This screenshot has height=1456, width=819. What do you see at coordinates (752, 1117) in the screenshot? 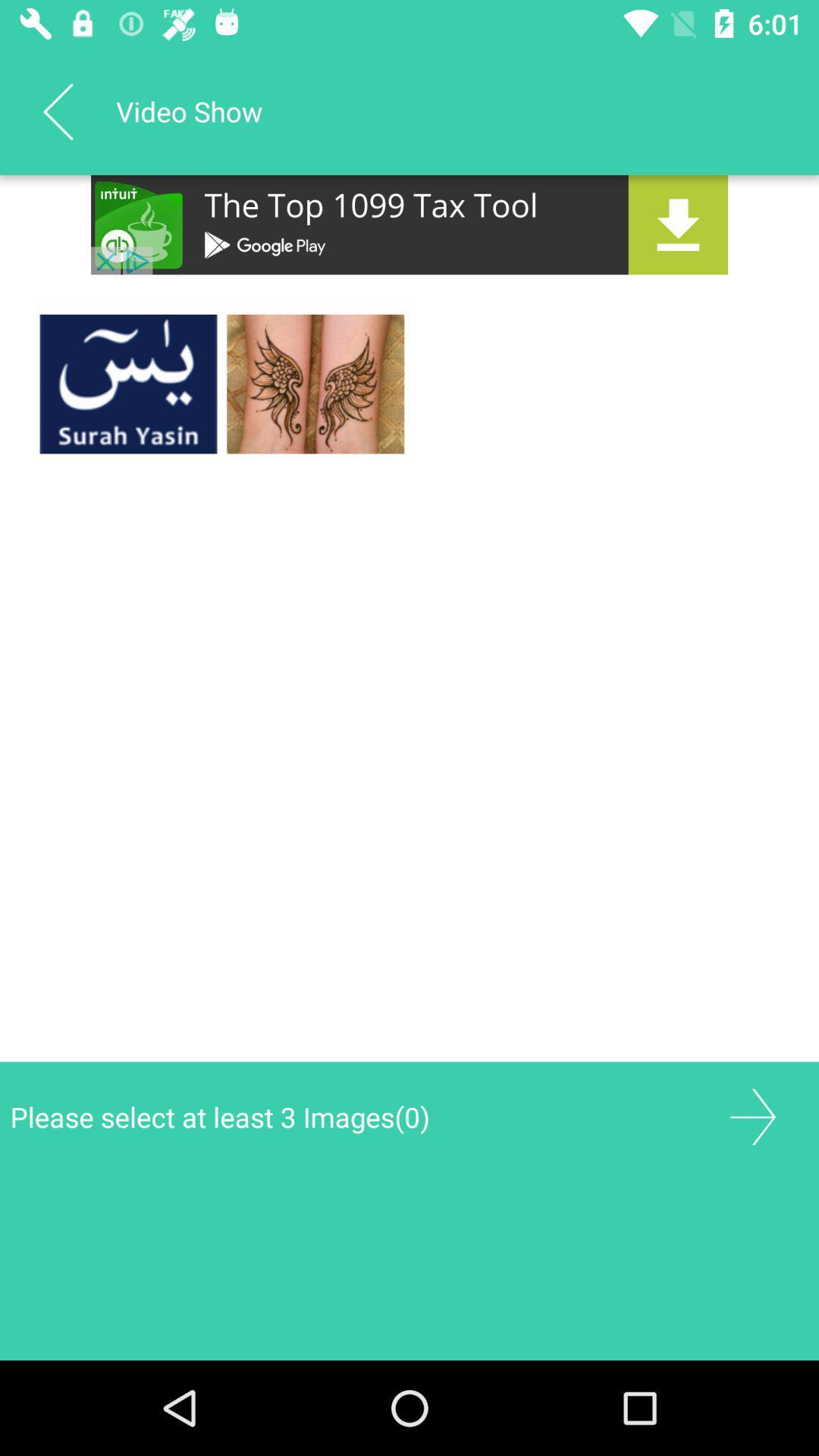
I see `the next page` at bounding box center [752, 1117].